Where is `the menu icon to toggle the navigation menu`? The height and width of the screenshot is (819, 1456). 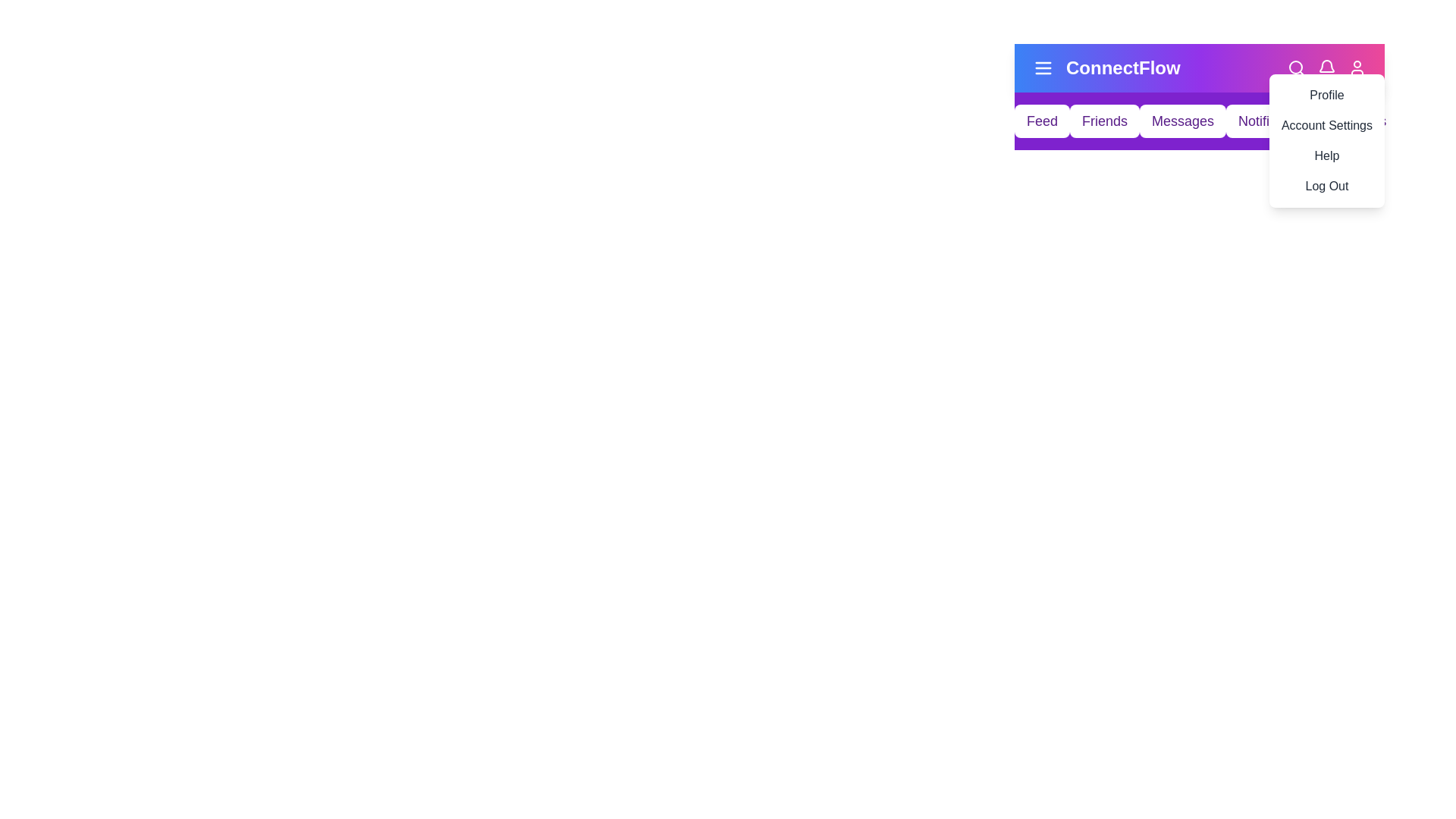 the menu icon to toggle the navigation menu is located at coordinates (1043, 67).